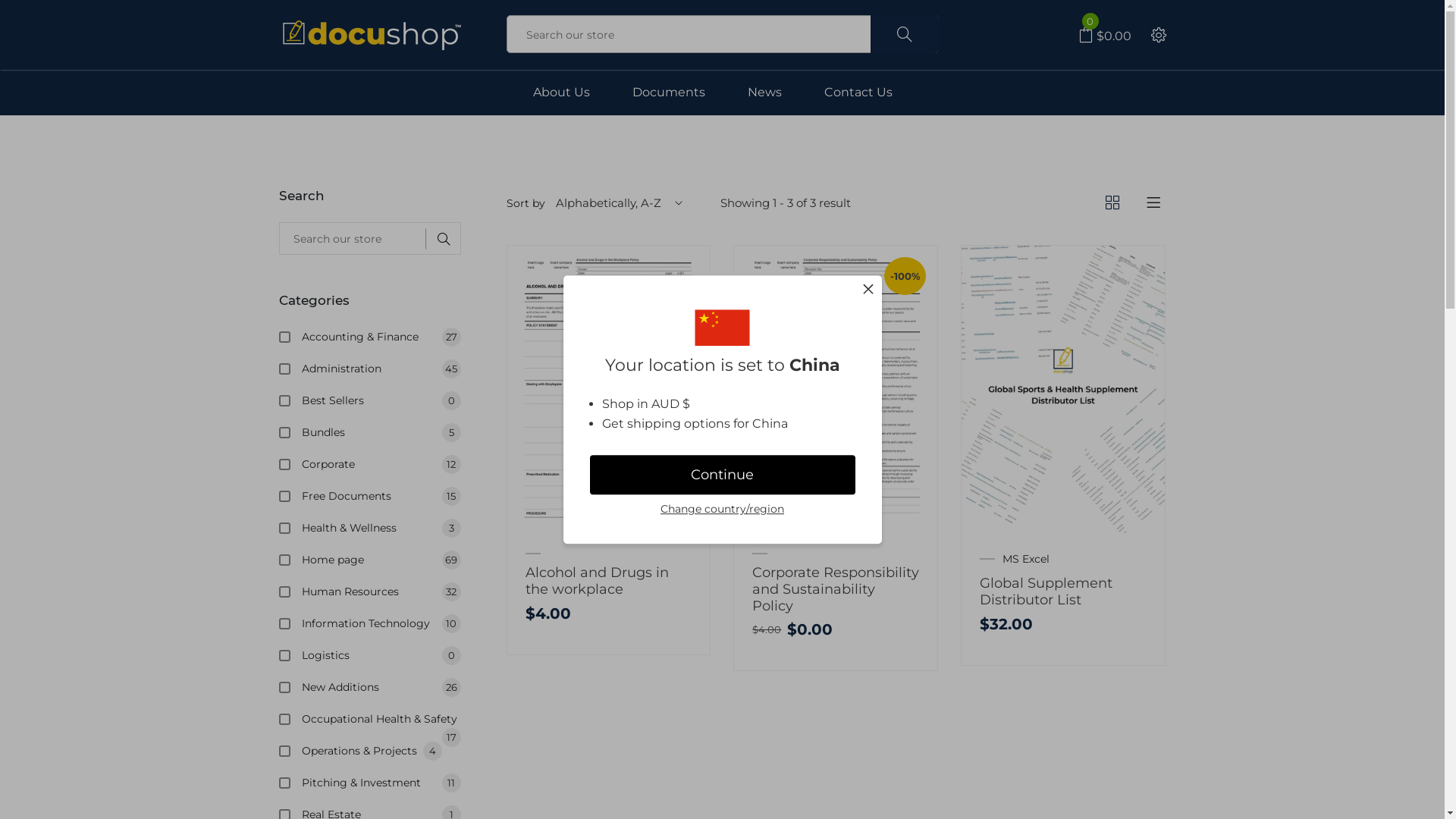  What do you see at coordinates (595, 580) in the screenshot?
I see `'Alcohol and Drugs in the workplace'` at bounding box center [595, 580].